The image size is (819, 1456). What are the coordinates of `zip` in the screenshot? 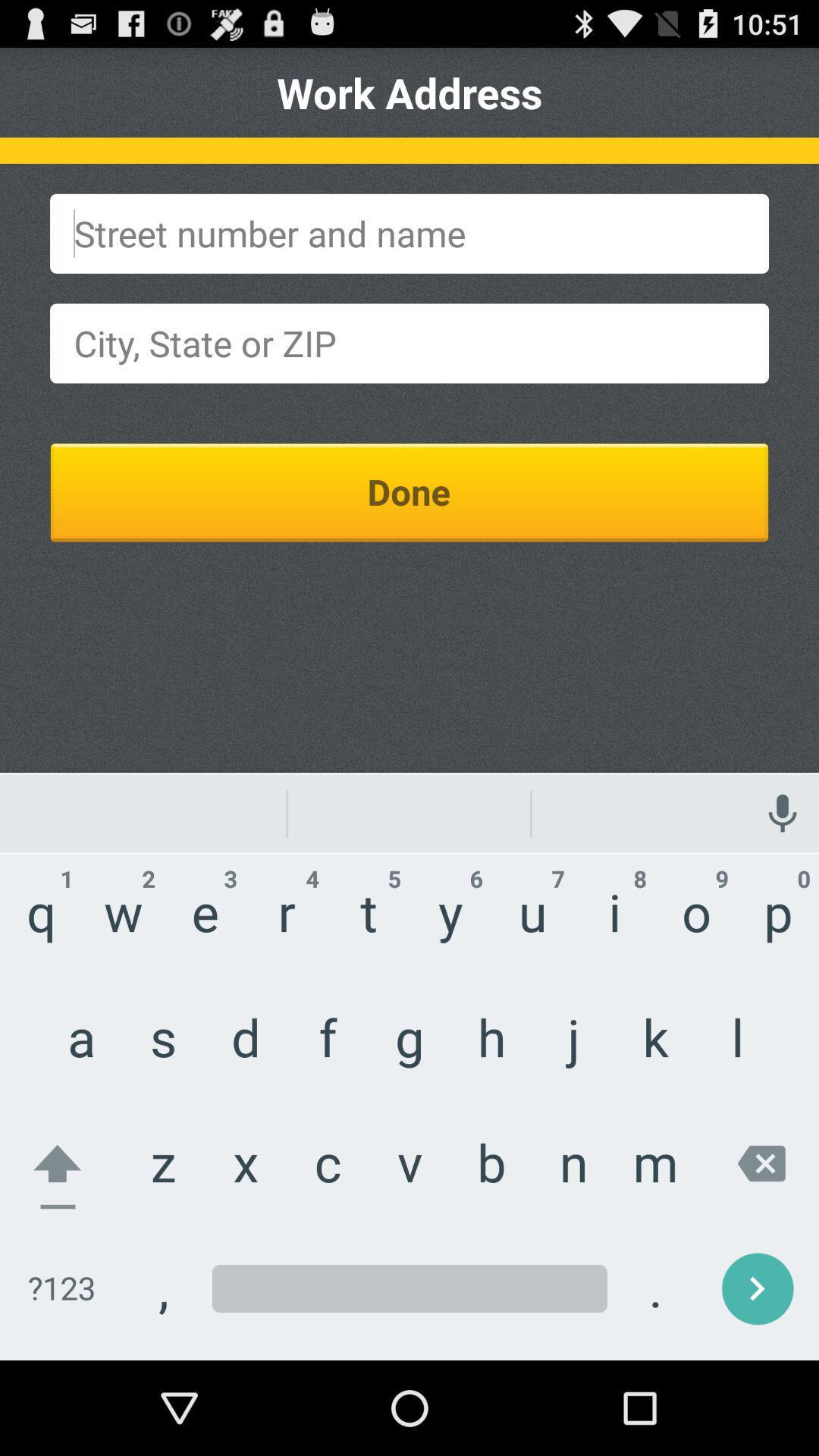 It's located at (409, 342).